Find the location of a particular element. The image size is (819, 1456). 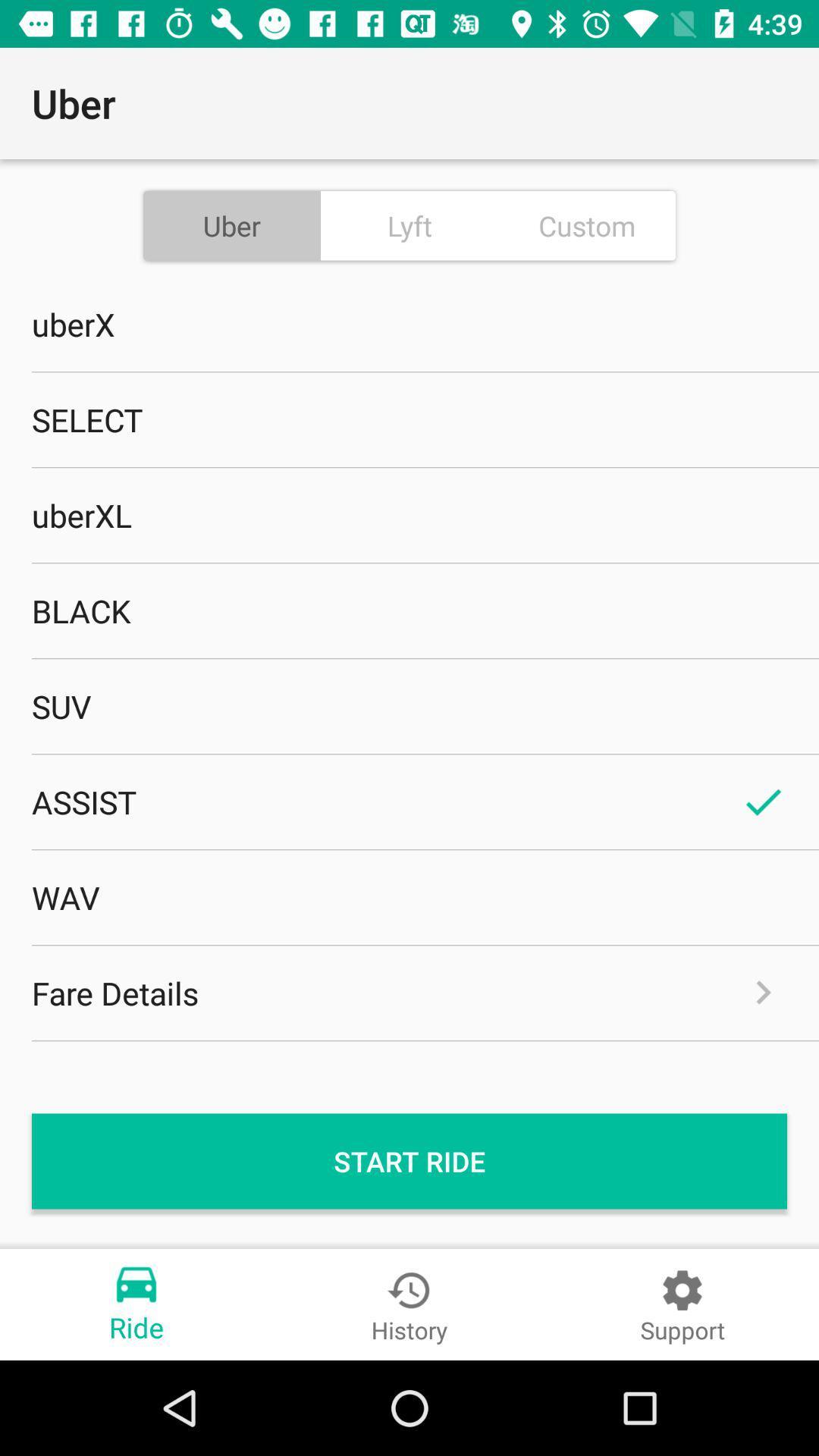

wav item is located at coordinates (409, 897).